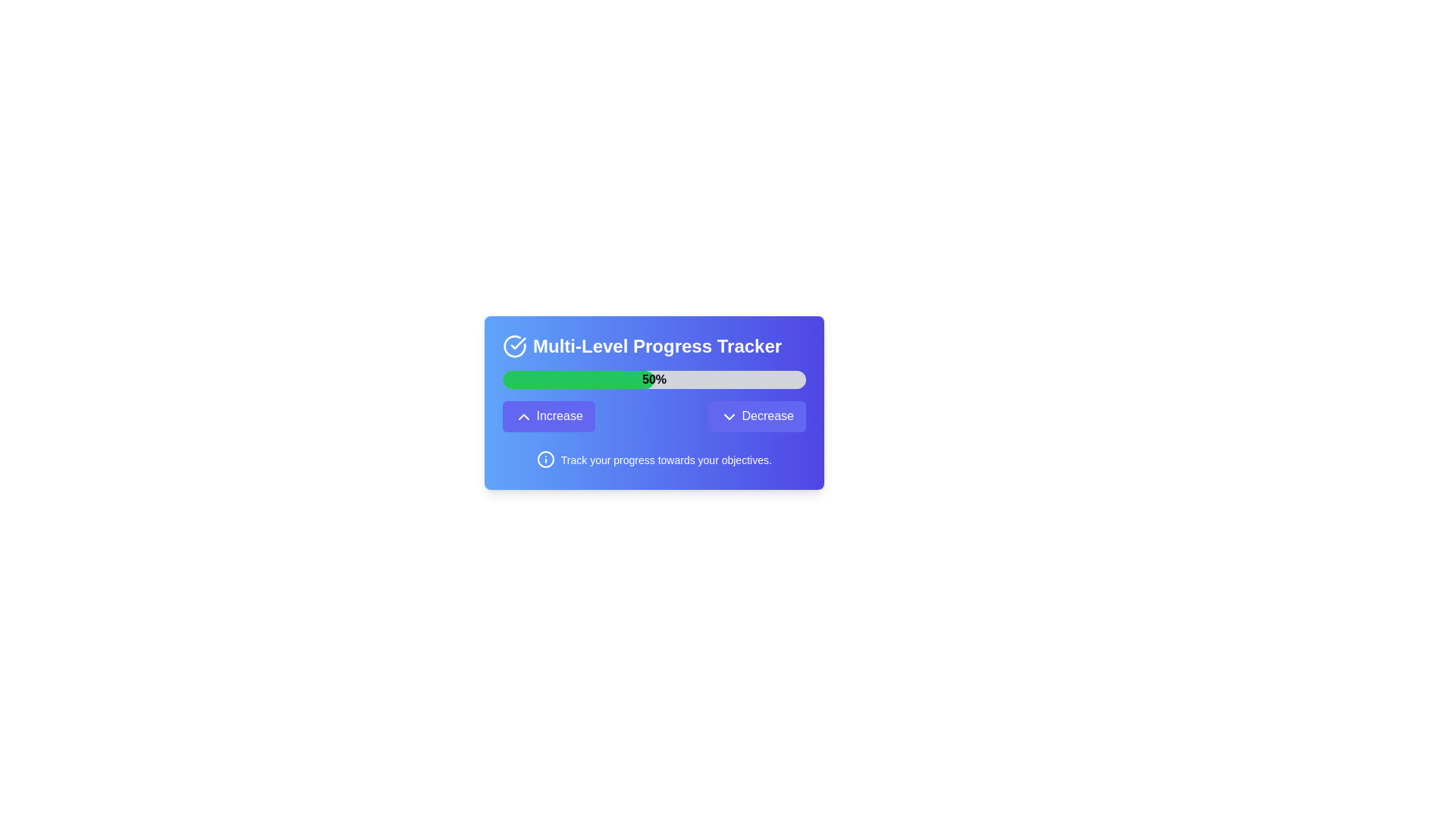 Image resolution: width=1456 pixels, height=819 pixels. Describe the element at coordinates (730, 416) in the screenshot. I see `the downward-facing chevron icon located at the right end of the 'Decrease' button, which is positioned at the lower-right of the interface` at that location.